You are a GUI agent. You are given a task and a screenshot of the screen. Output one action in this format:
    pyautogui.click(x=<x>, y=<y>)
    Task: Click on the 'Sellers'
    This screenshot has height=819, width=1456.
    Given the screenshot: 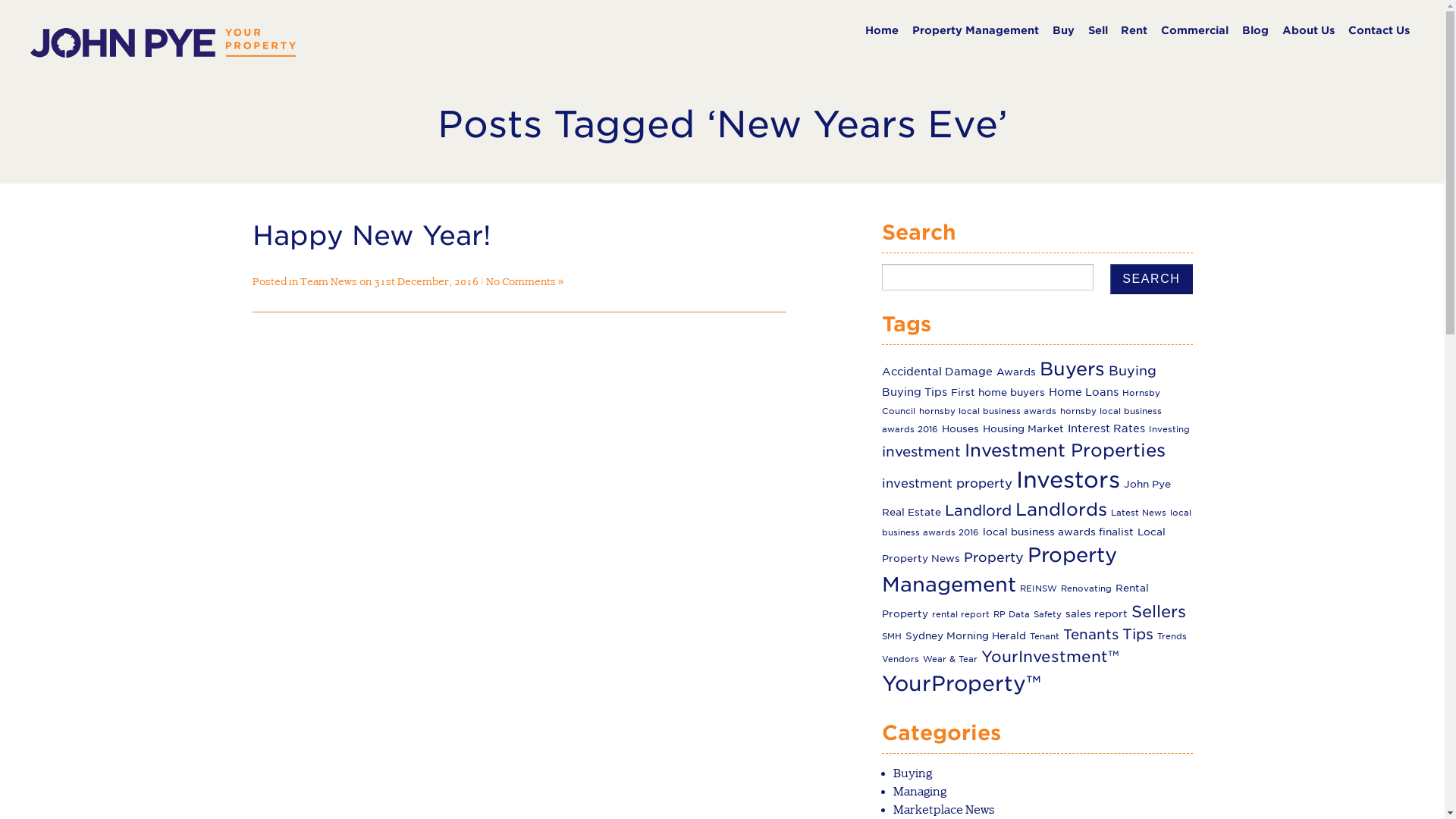 What is the action you would take?
    pyautogui.click(x=1157, y=610)
    